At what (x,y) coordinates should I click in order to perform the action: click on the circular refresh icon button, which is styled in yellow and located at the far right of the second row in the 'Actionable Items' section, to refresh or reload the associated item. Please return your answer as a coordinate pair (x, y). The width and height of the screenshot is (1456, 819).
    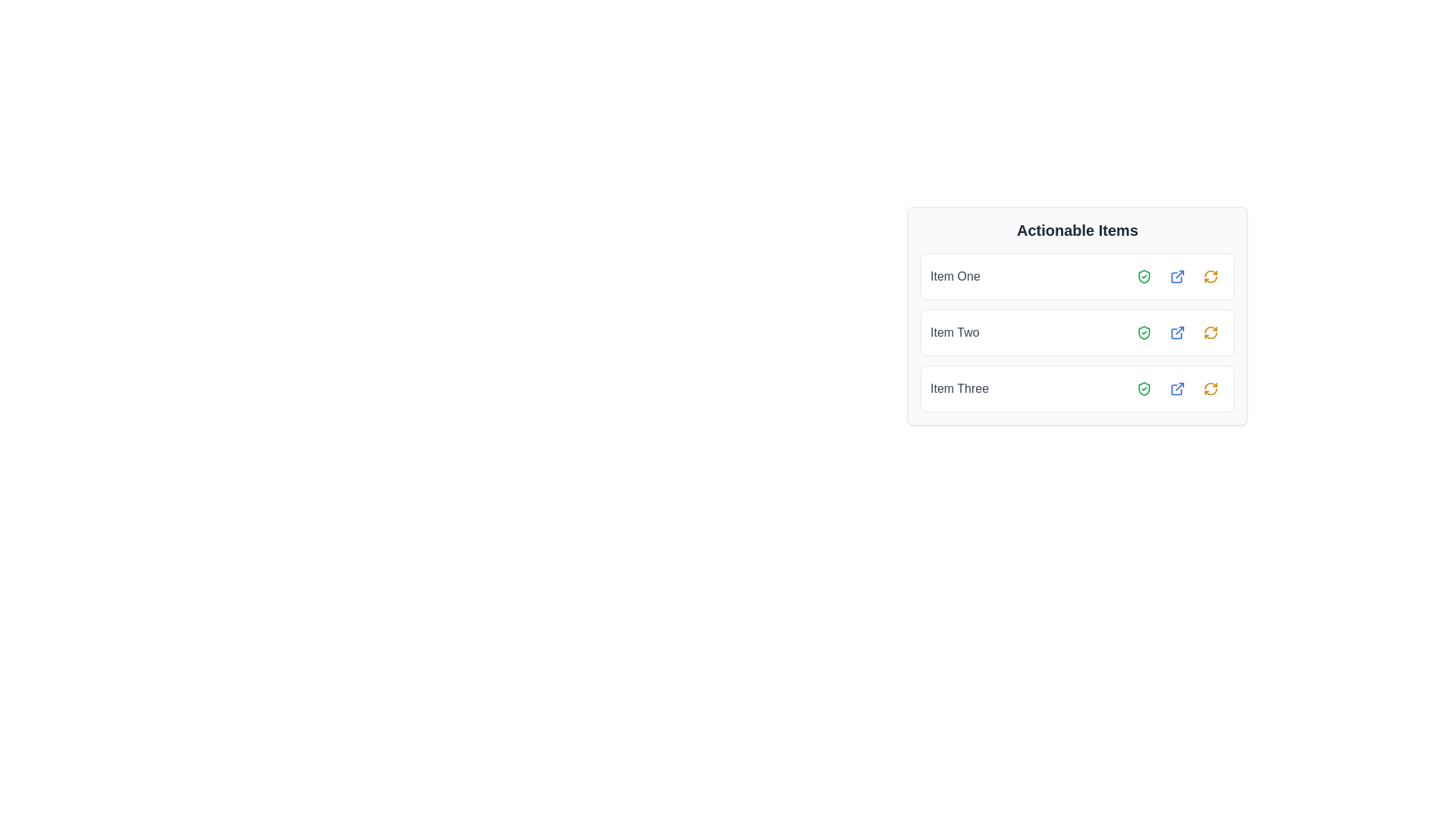
    Looking at the image, I should click on (1210, 332).